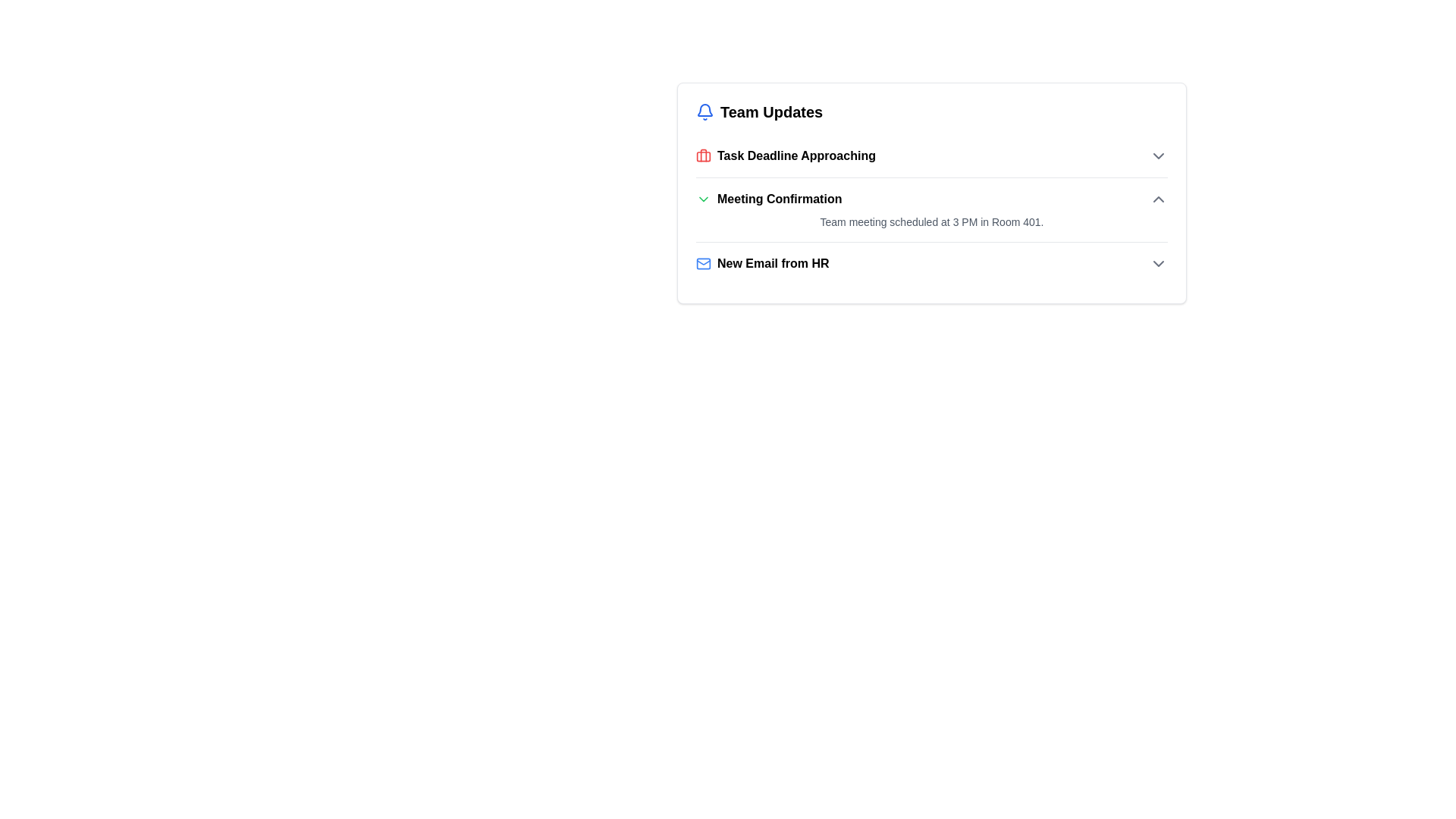 This screenshot has height=819, width=1456. Describe the element at coordinates (930, 222) in the screenshot. I see `text line displaying the message 'Team meeting scheduled at 3 PM in Room 401.' located in the 'Meeting Confirmation' section, positioned below the header text` at that location.